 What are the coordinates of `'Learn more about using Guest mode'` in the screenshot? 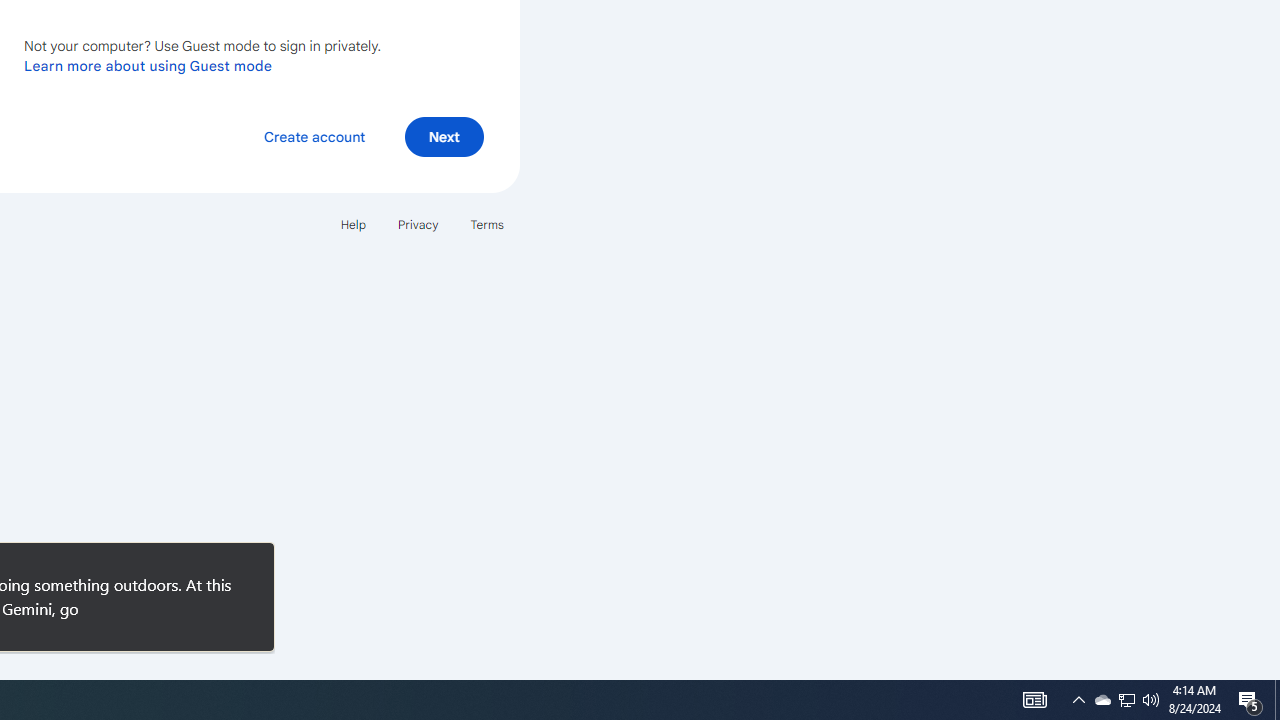 It's located at (147, 64).